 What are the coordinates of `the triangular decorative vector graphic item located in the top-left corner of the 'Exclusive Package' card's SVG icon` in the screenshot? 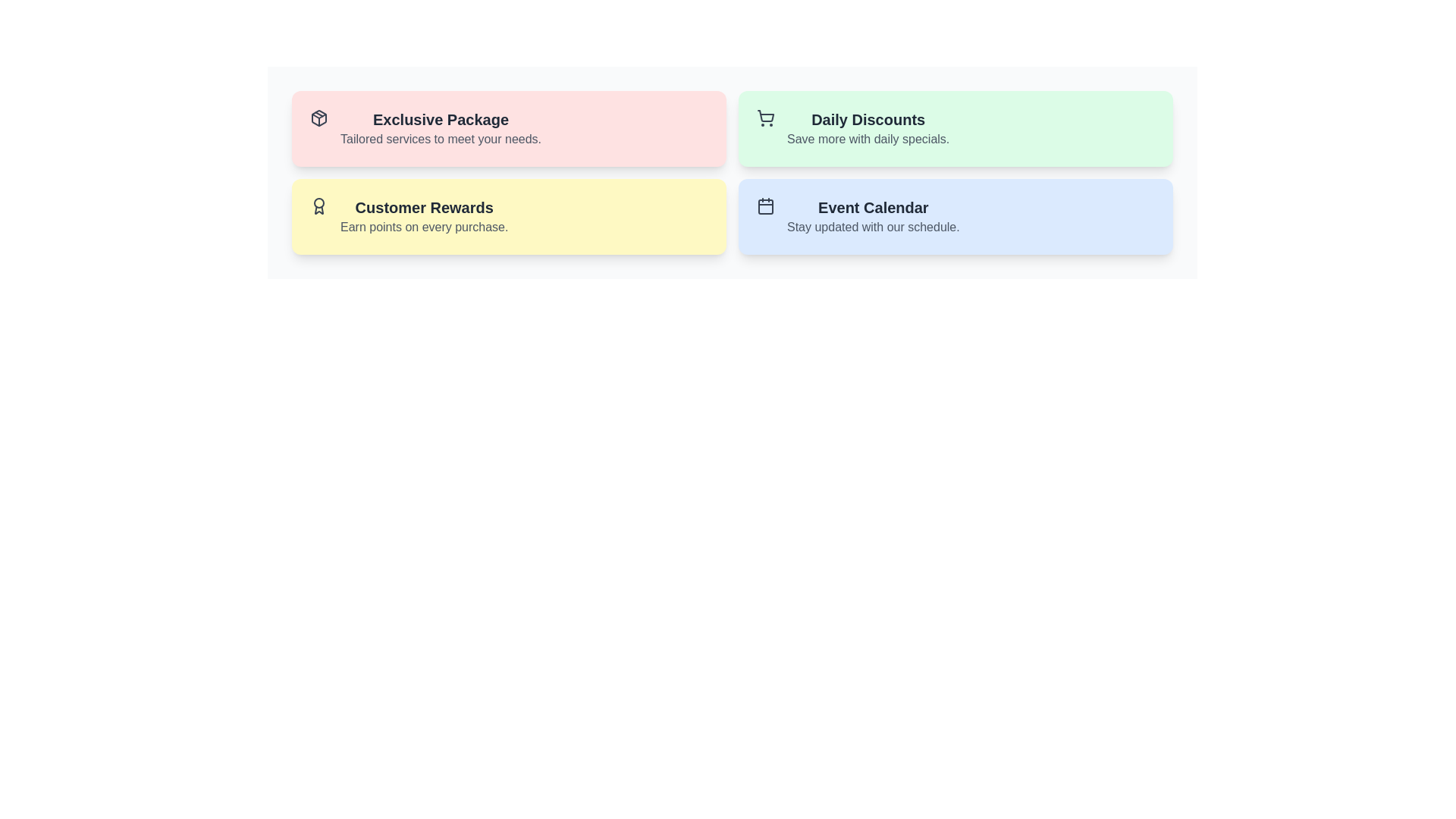 It's located at (318, 115).